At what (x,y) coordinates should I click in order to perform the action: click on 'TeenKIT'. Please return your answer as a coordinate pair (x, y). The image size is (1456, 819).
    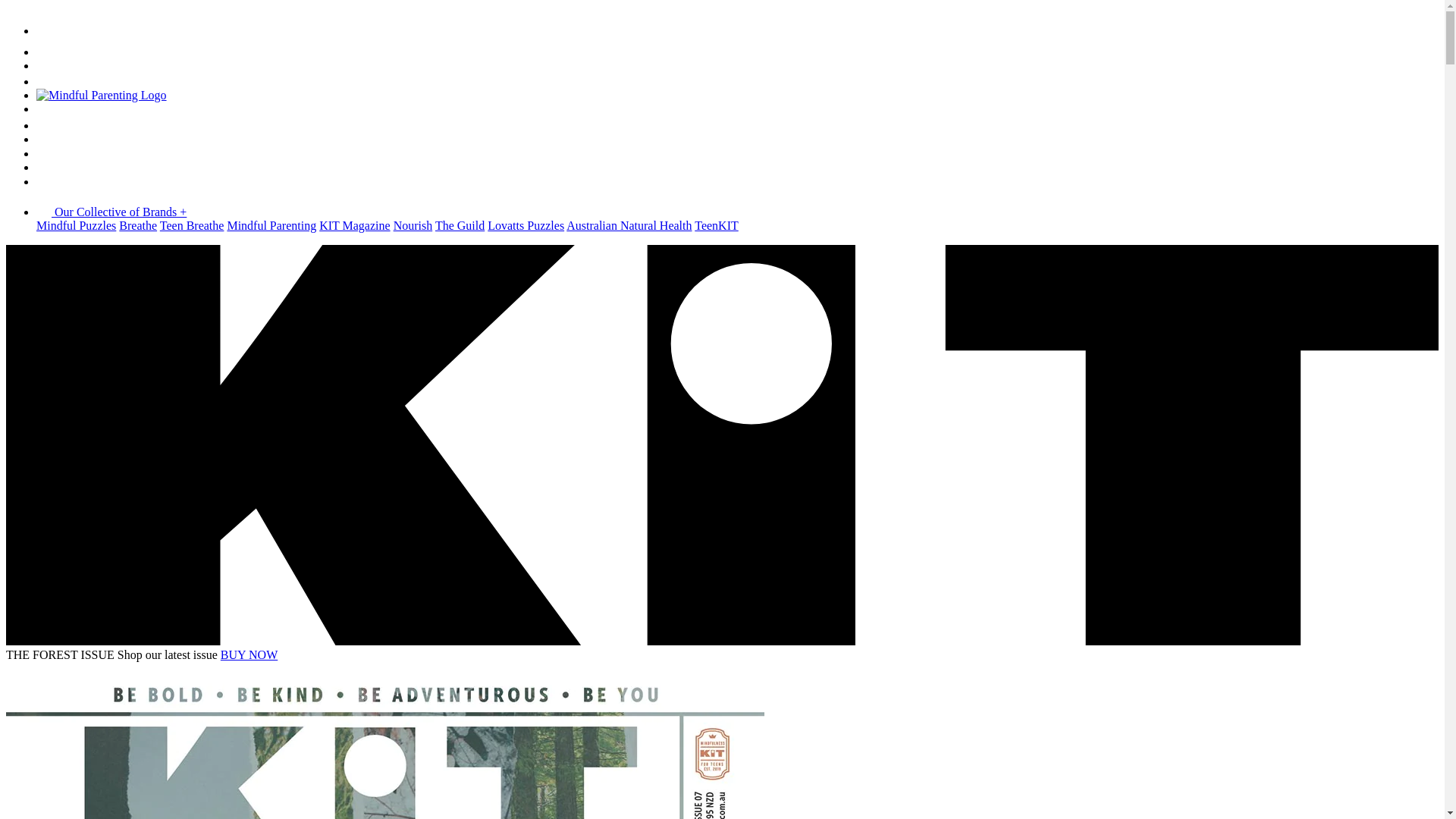
    Looking at the image, I should click on (694, 225).